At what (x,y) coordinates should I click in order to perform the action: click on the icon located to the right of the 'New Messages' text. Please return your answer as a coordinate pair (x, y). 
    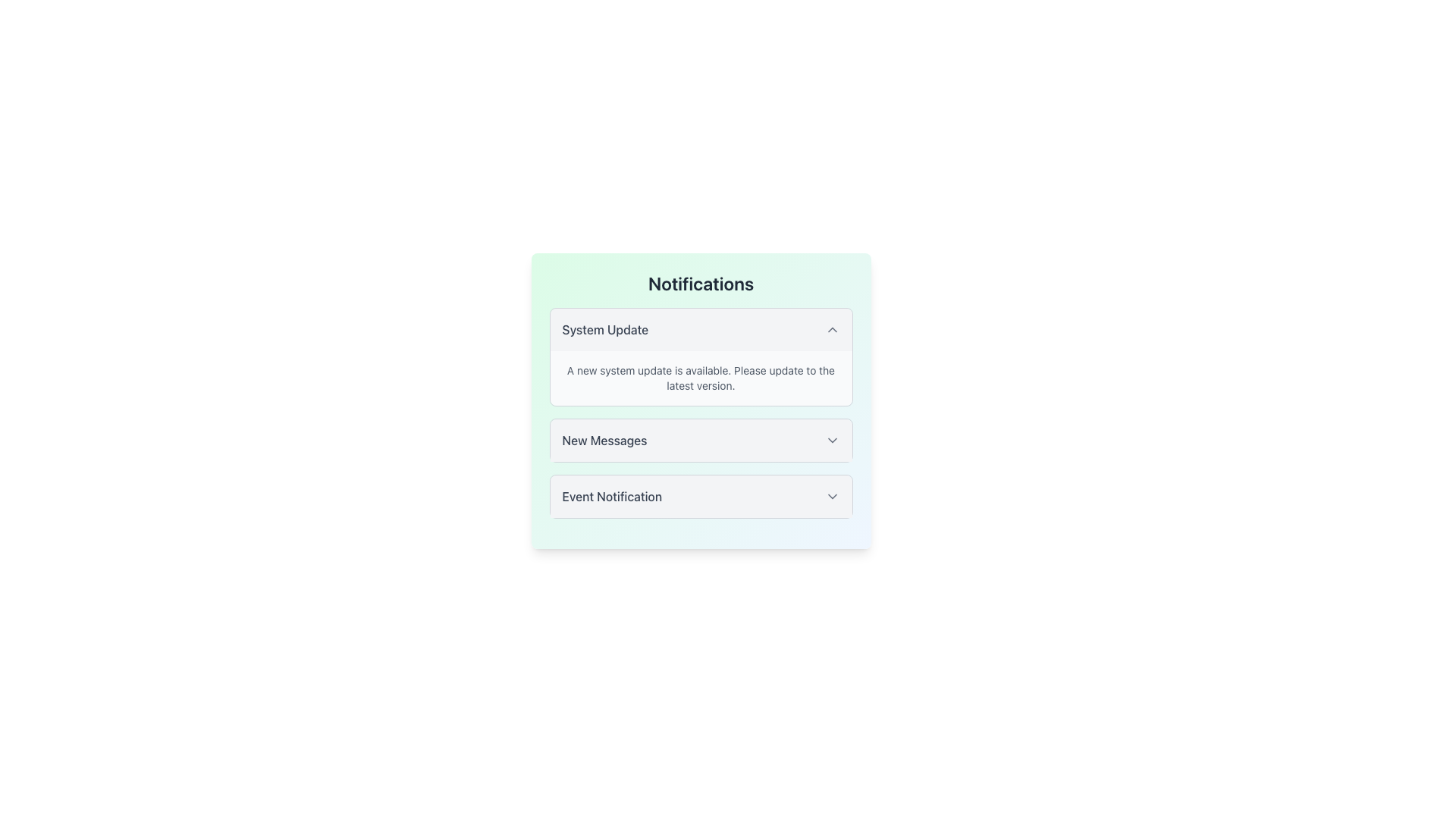
    Looking at the image, I should click on (831, 441).